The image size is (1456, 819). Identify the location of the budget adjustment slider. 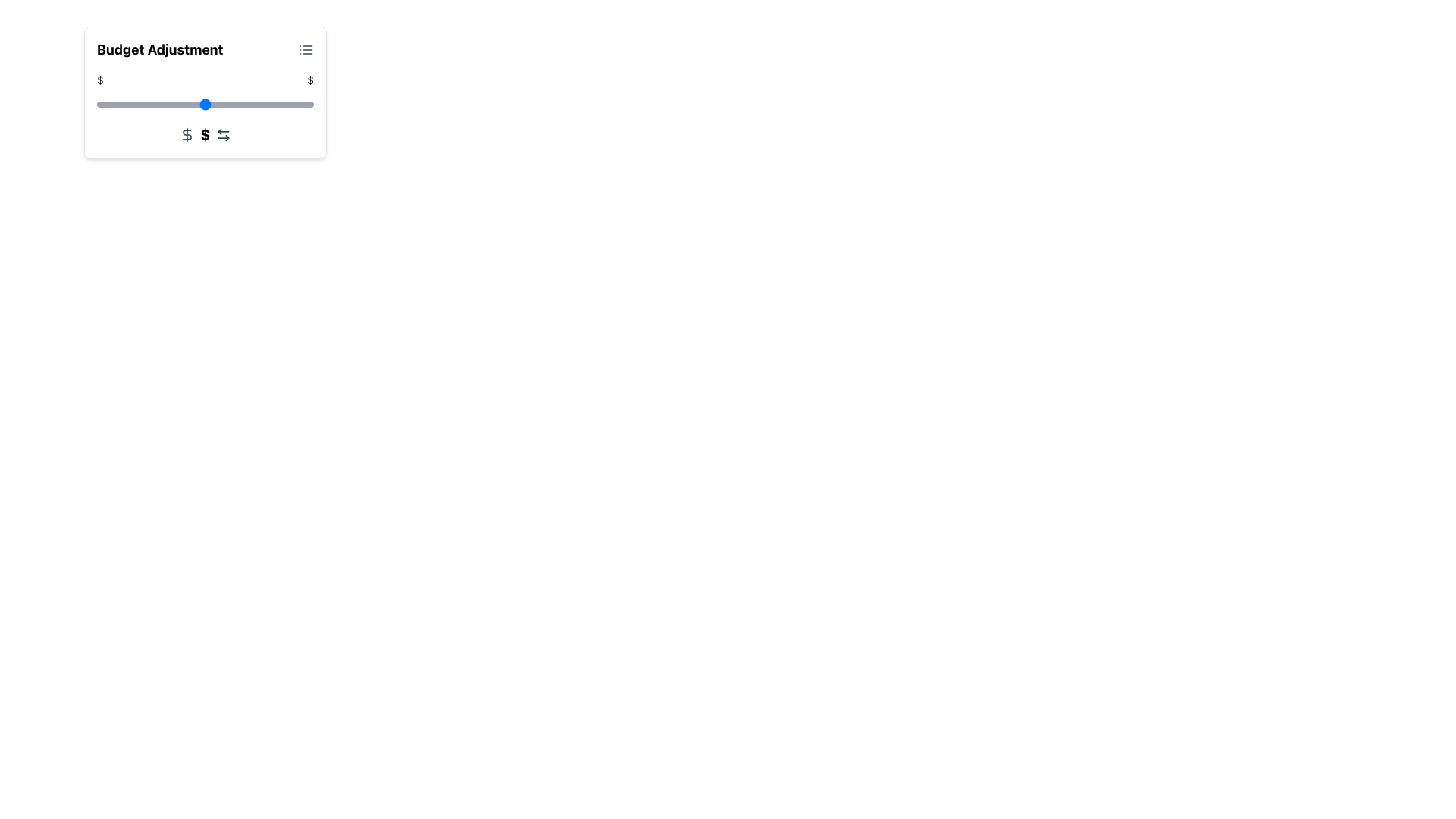
(284, 104).